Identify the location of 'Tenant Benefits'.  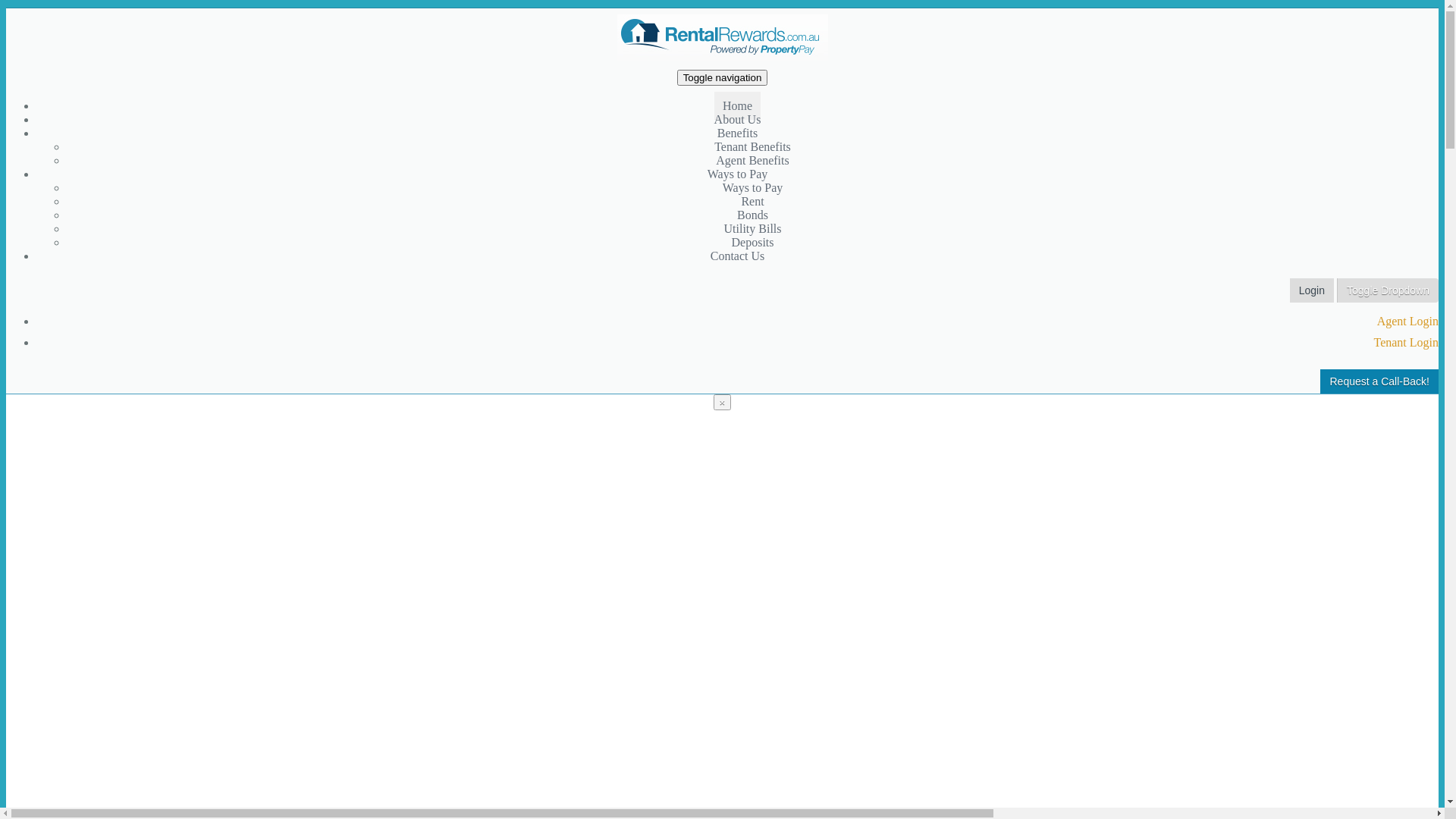
(713, 146).